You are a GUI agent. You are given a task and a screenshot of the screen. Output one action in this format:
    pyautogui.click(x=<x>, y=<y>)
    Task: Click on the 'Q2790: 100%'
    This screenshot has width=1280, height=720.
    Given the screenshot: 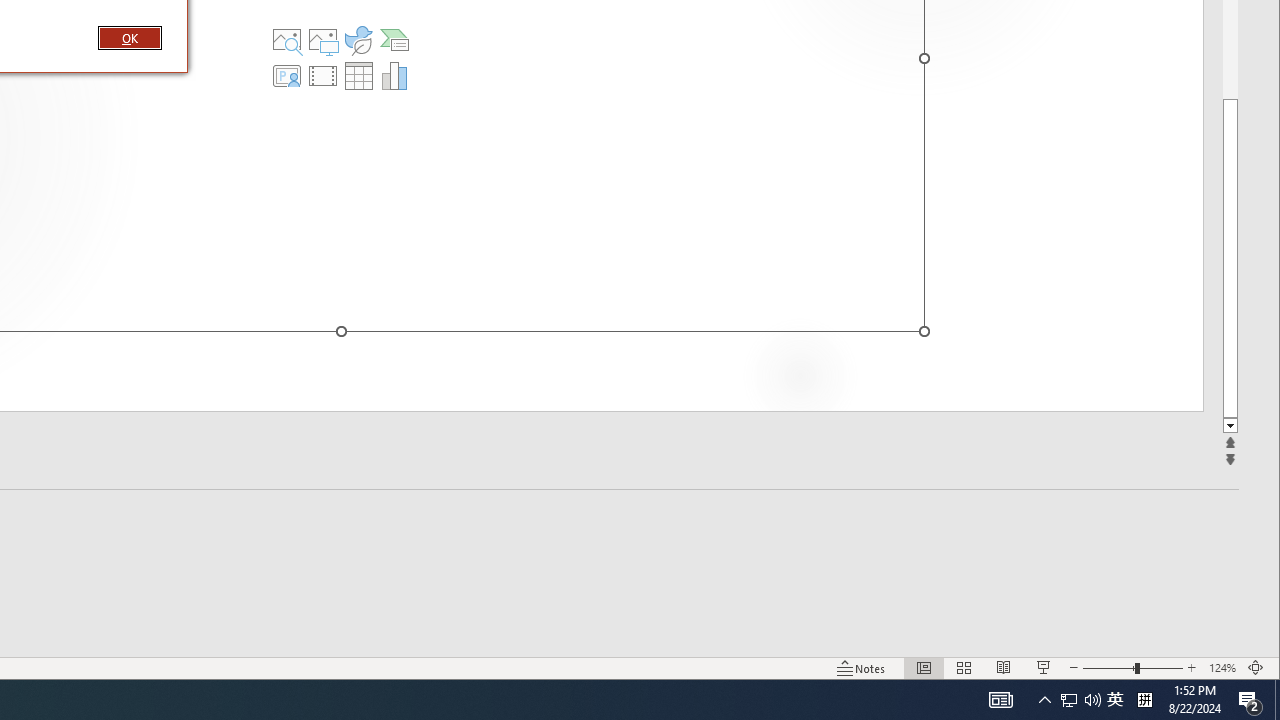 What is the action you would take?
    pyautogui.click(x=1092, y=698)
    